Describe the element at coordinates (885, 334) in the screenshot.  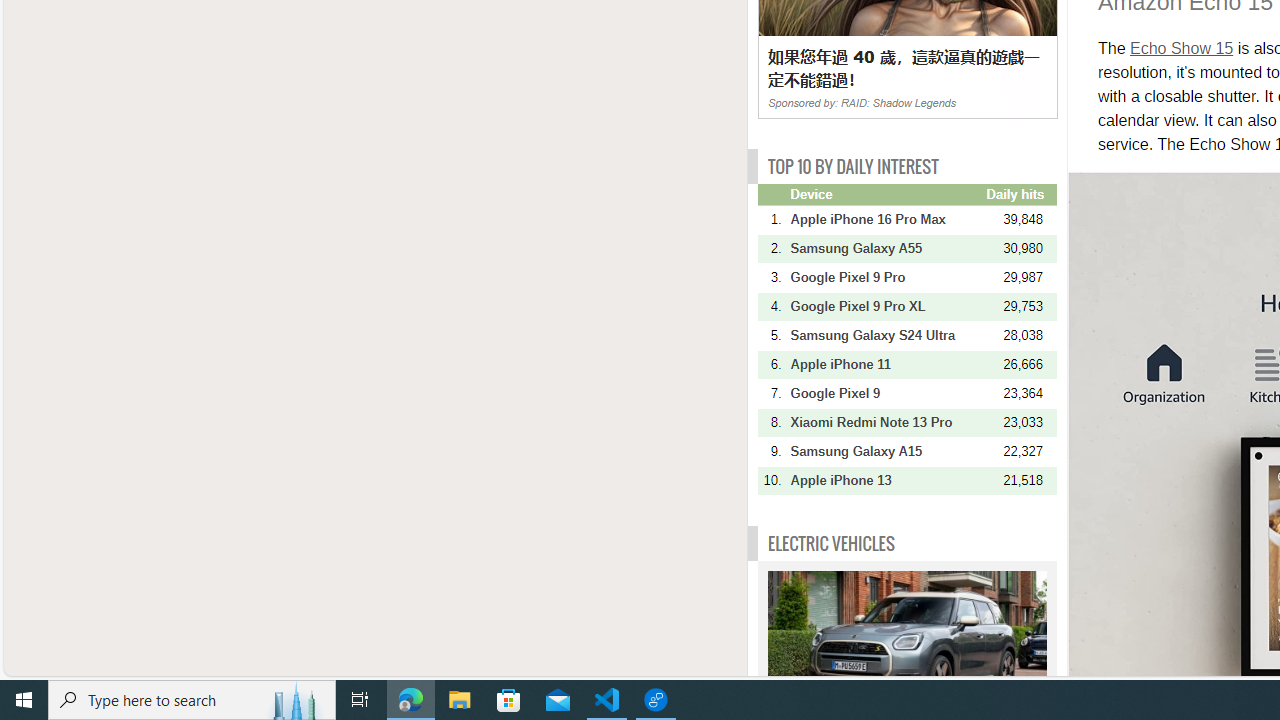
I see `'Samsung Galaxy S24 Ultra'` at that location.